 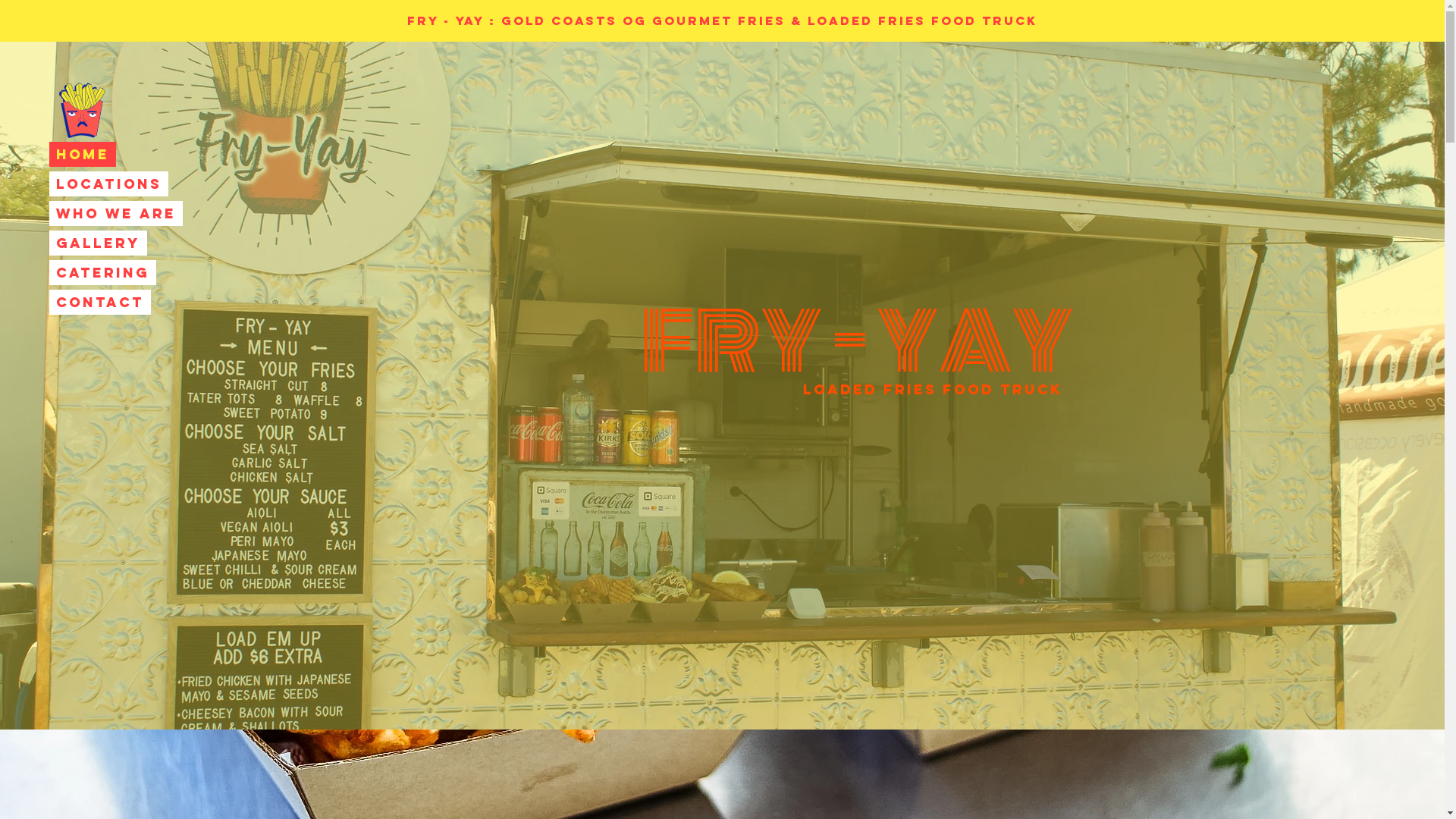 What do you see at coordinates (102, 271) in the screenshot?
I see `'Catering'` at bounding box center [102, 271].